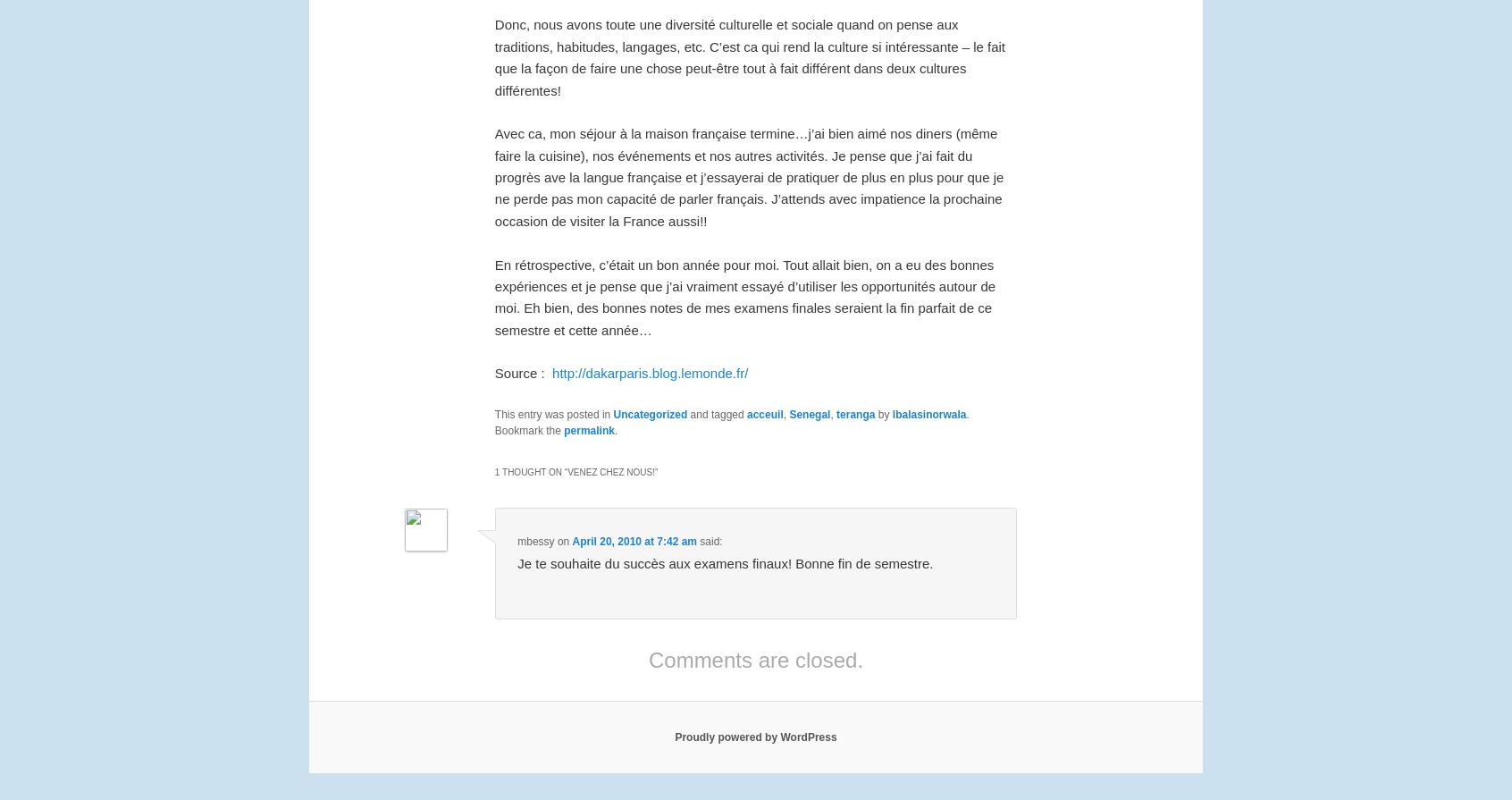 The width and height of the screenshot is (1512, 800). Describe the element at coordinates (755, 736) in the screenshot. I see `'Proudly powered by WordPress'` at that location.